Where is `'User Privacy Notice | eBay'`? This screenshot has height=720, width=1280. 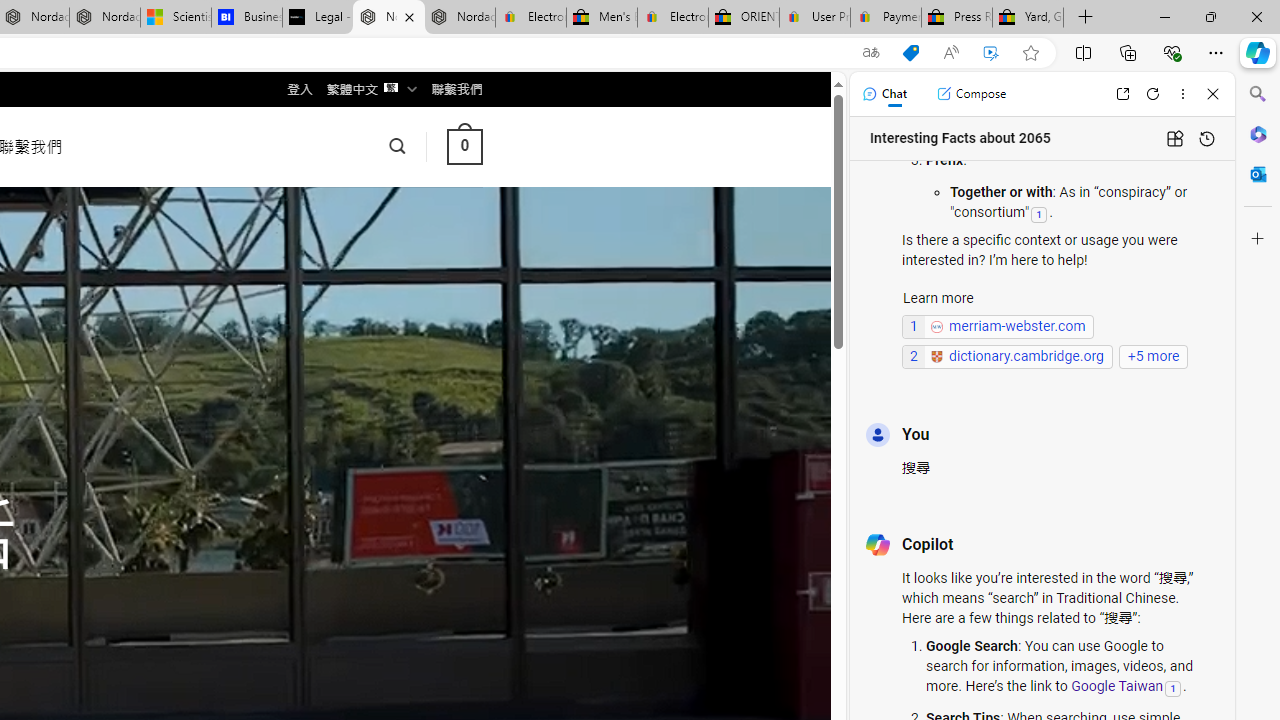
'User Privacy Notice | eBay' is located at coordinates (814, 17).